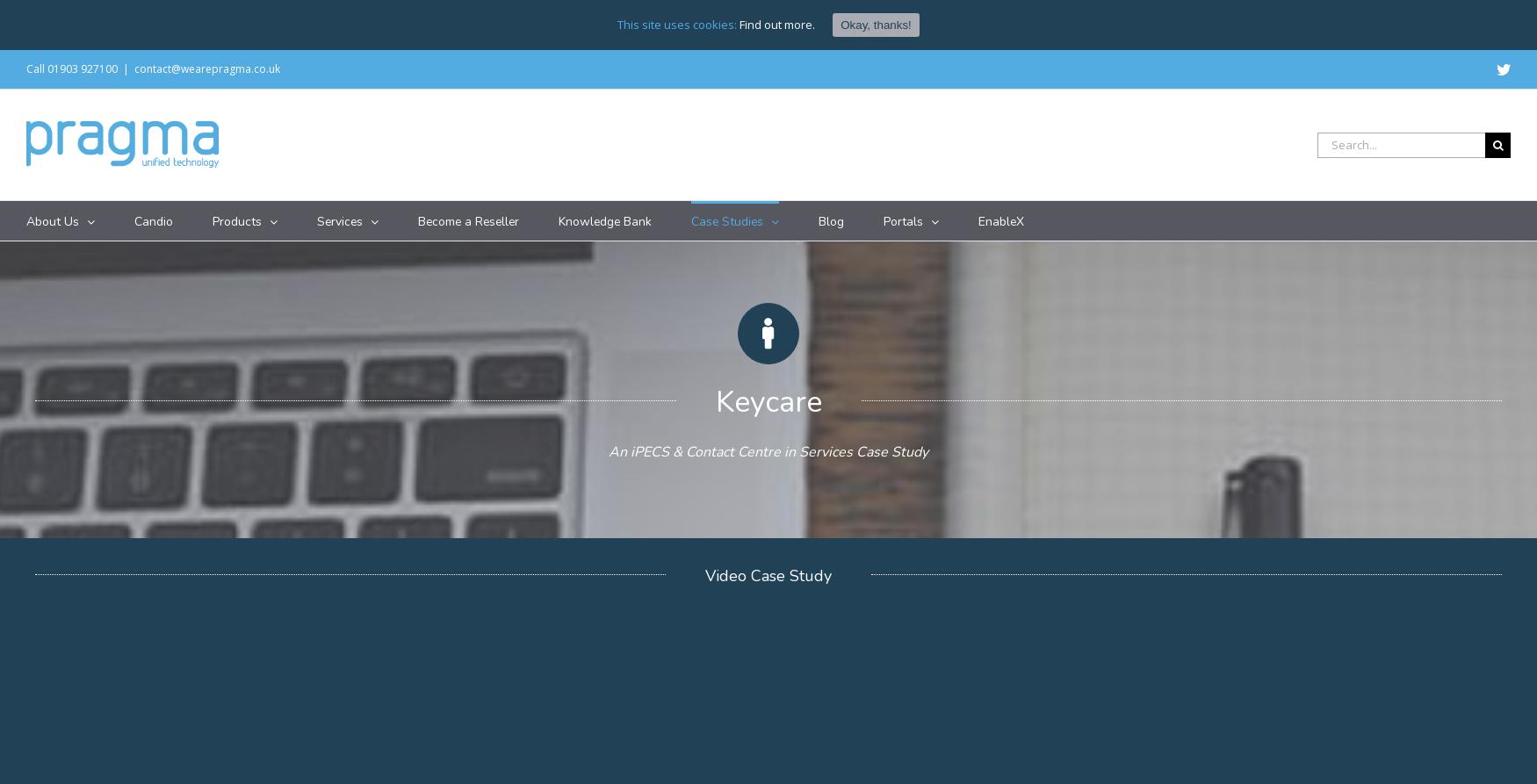 This screenshot has width=1537, height=784. I want to click on 'iPECS Cloud', so click(228, 256).